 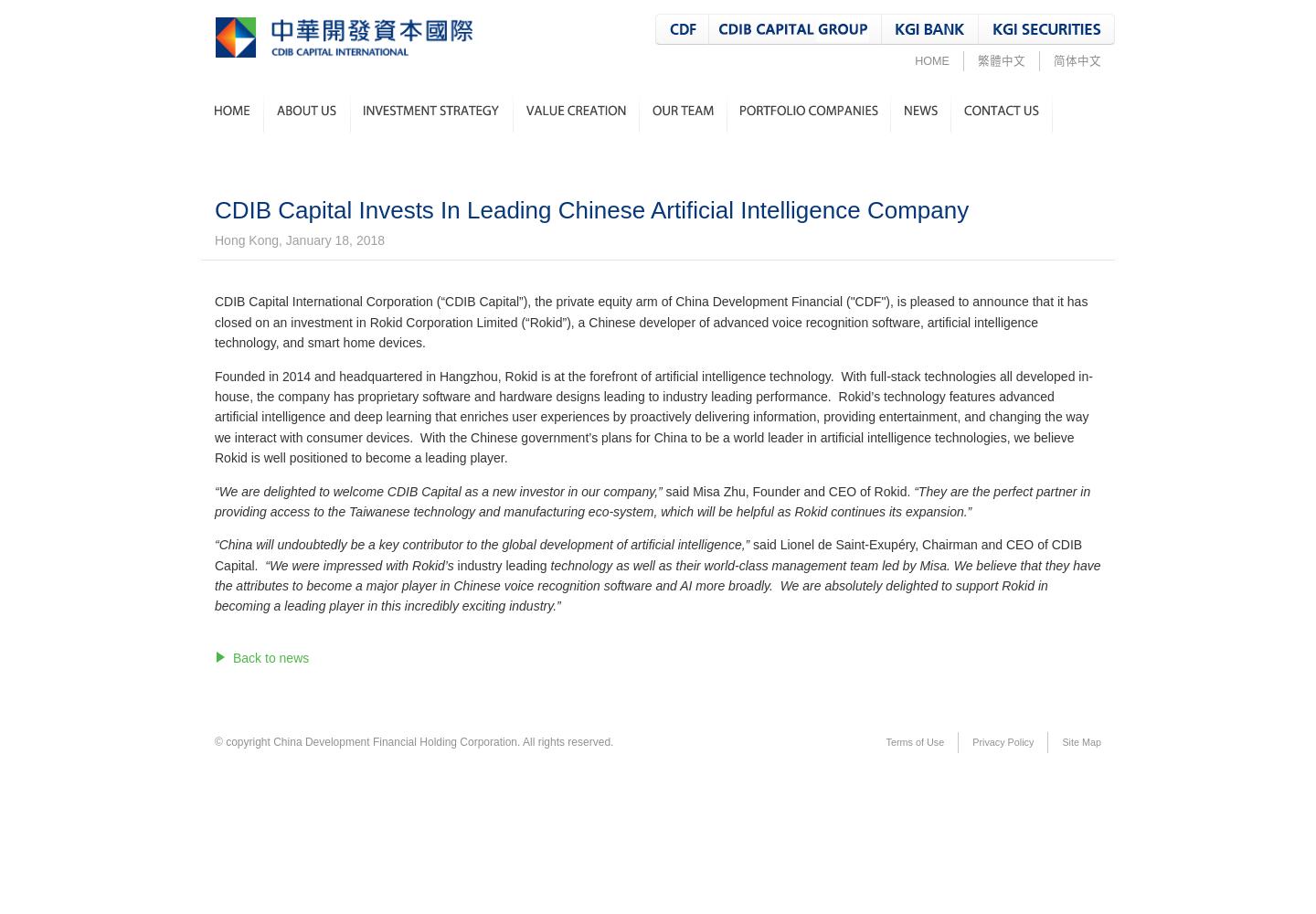 What do you see at coordinates (972, 742) in the screenshot?
I see `'Privacy Policy'` at bounding box center [972, 742].